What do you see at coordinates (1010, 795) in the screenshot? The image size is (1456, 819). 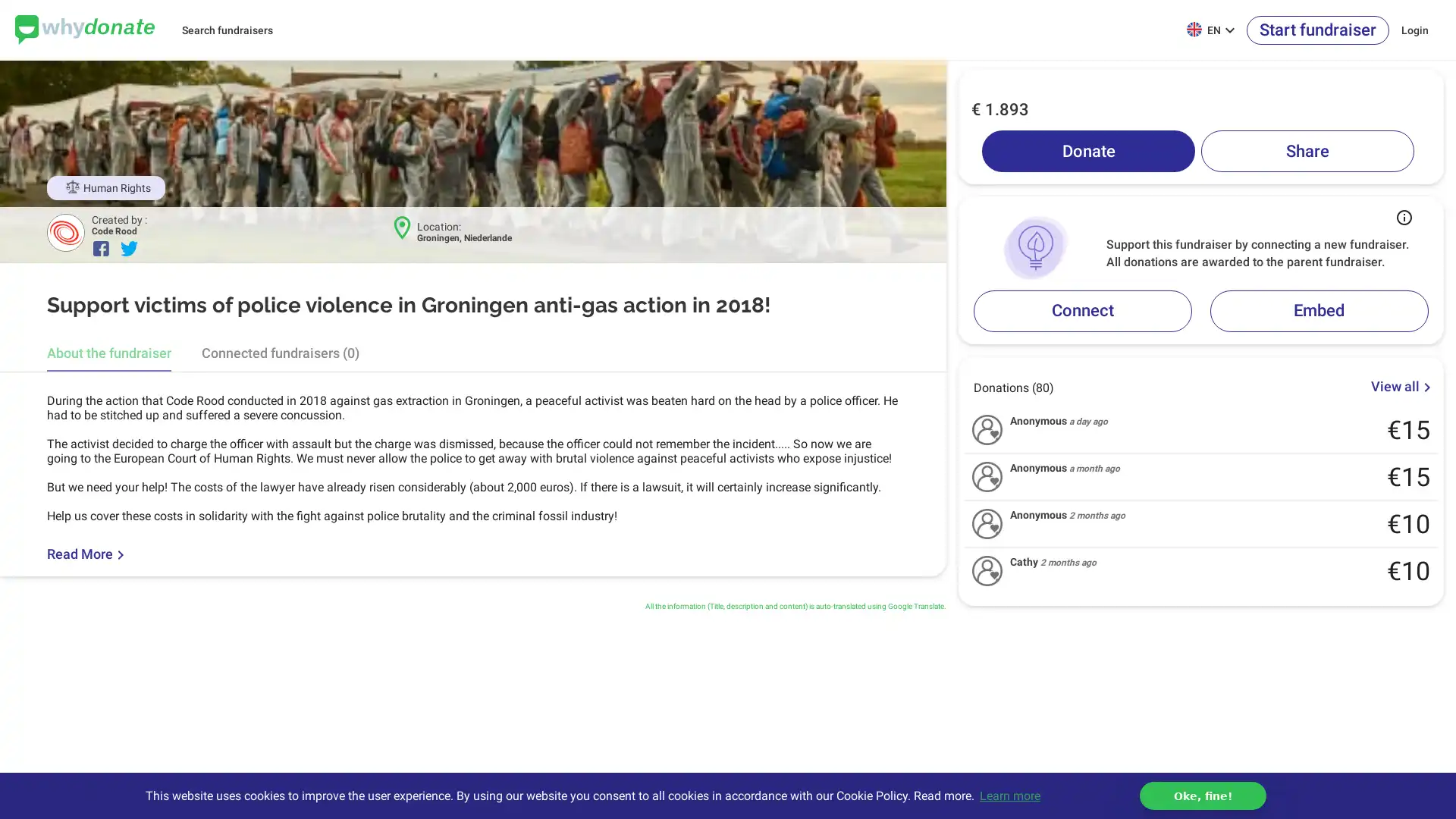 I see `learn more about cookies` at bounding box center [1010, 795].